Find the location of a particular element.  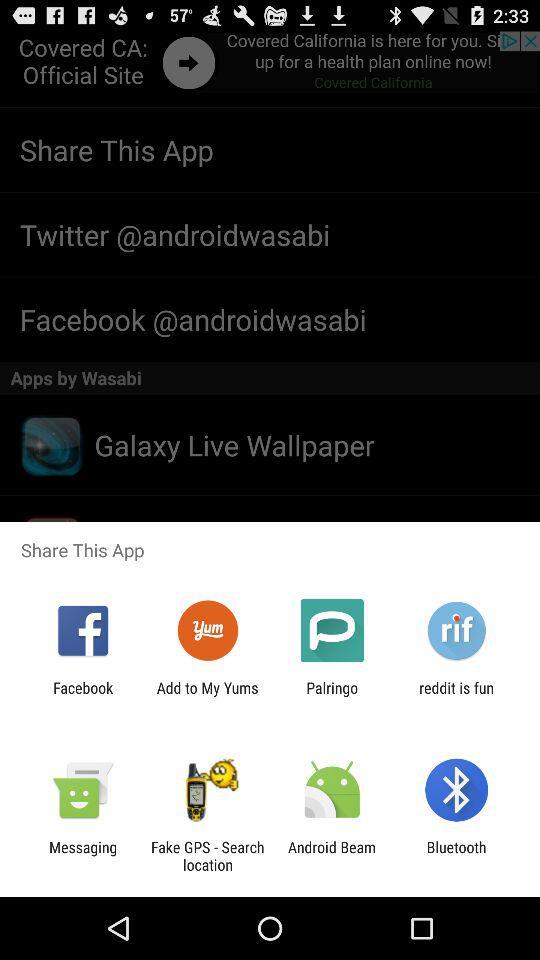

the icon next to the palringo app is located at coordinates (456, 696).